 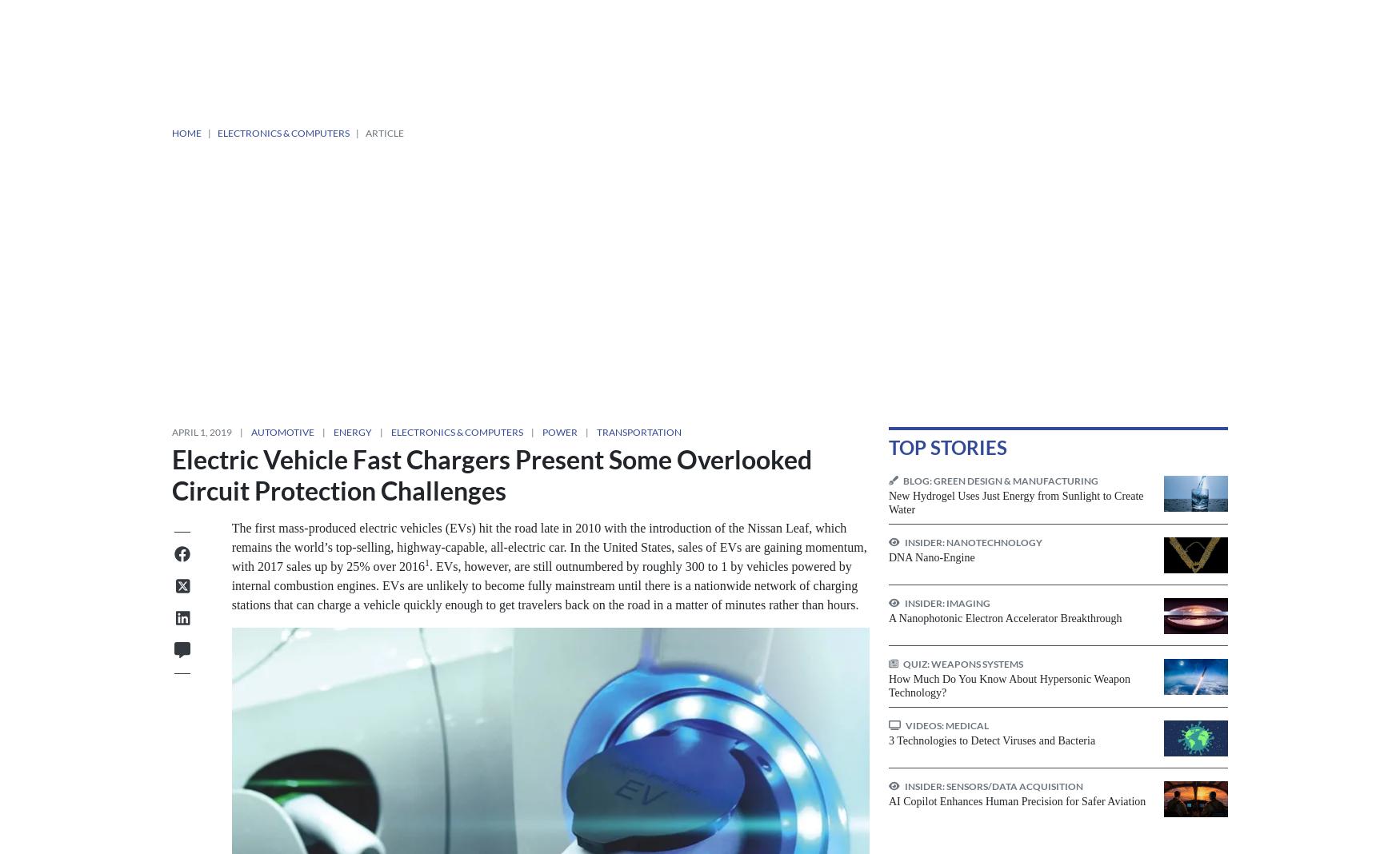 I want to click on 'New SAE Wireless Charging Standard is EV Game-Changer', so click(x=334, y=738).